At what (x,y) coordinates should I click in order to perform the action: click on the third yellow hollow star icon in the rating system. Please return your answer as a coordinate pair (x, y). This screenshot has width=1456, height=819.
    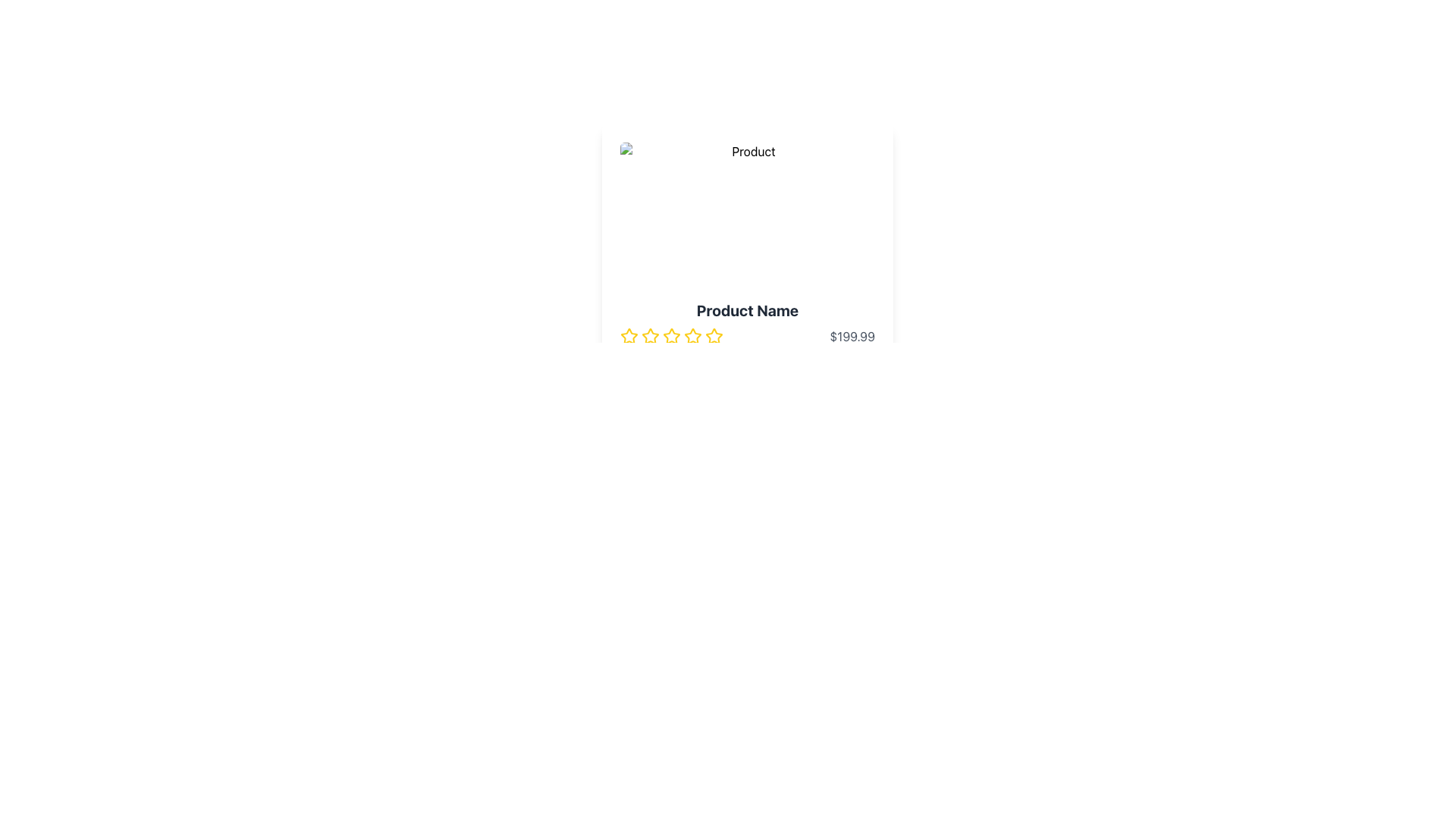
    Looking at the image, I should click on (671, 335).